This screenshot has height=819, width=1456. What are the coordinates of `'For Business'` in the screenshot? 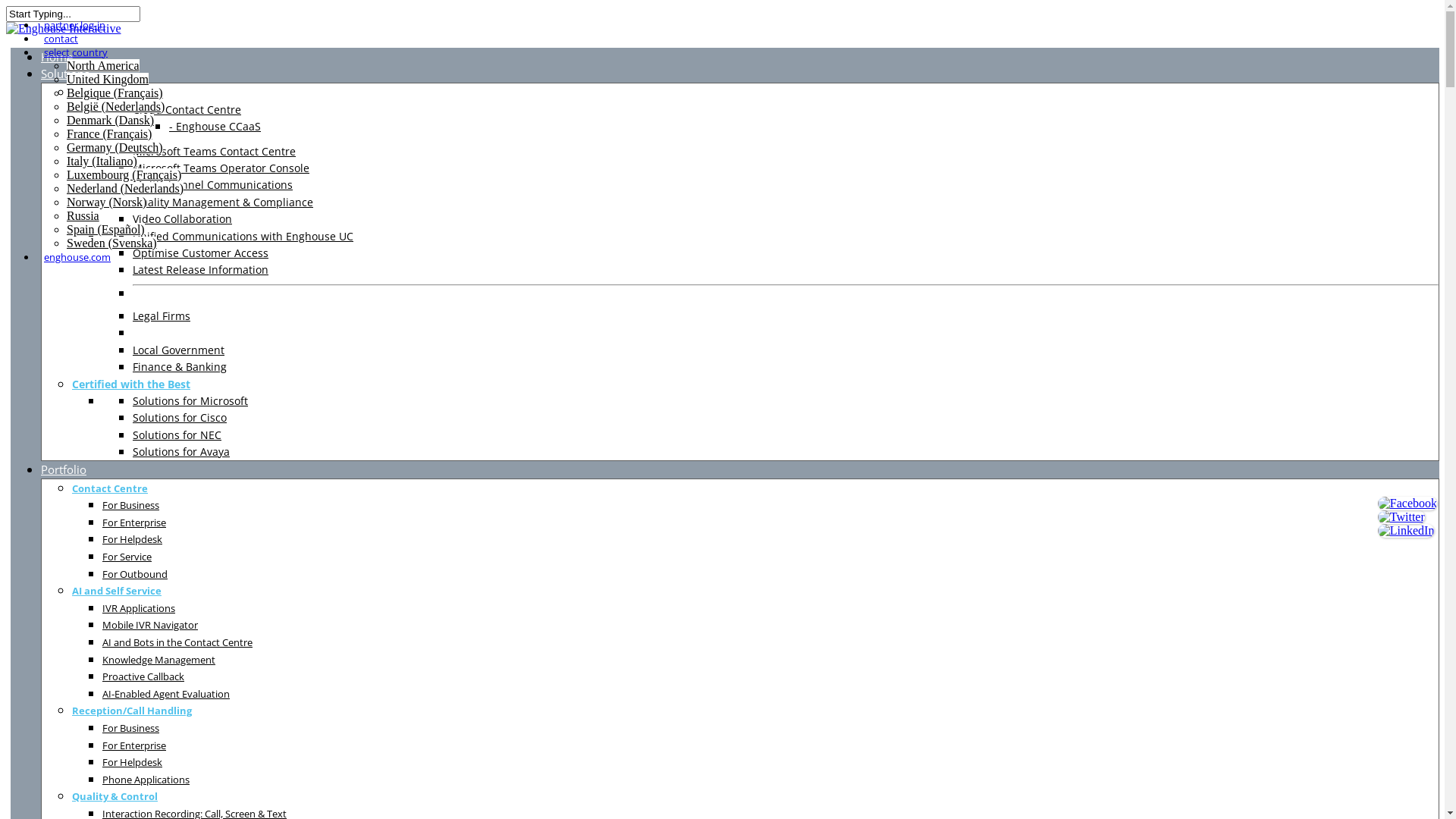 It's located at (130, 504).